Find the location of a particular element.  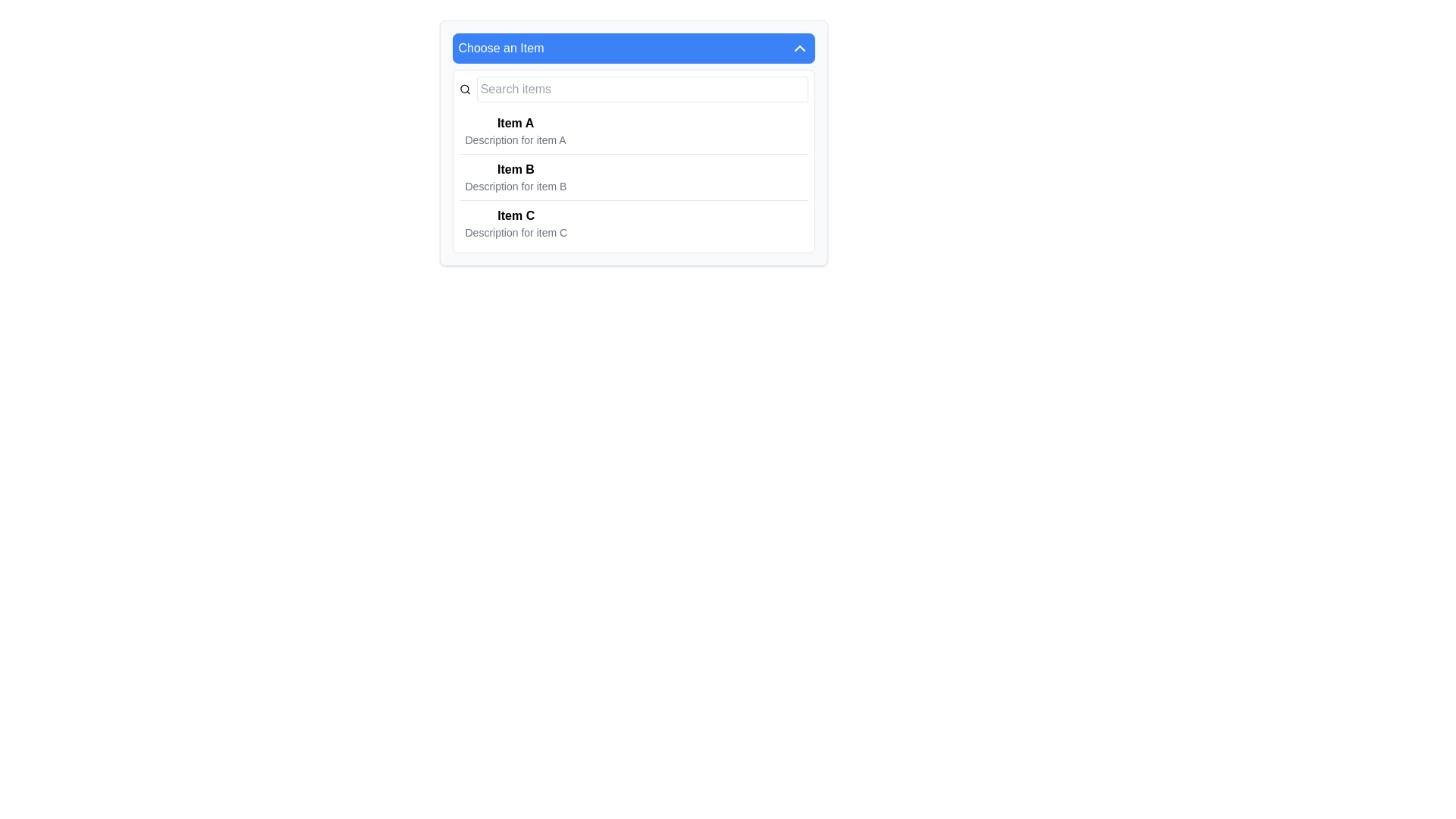

the search icon located at the far left of the horizontal search bar, adjacent to the text input field is located at coordinates (464, 89).